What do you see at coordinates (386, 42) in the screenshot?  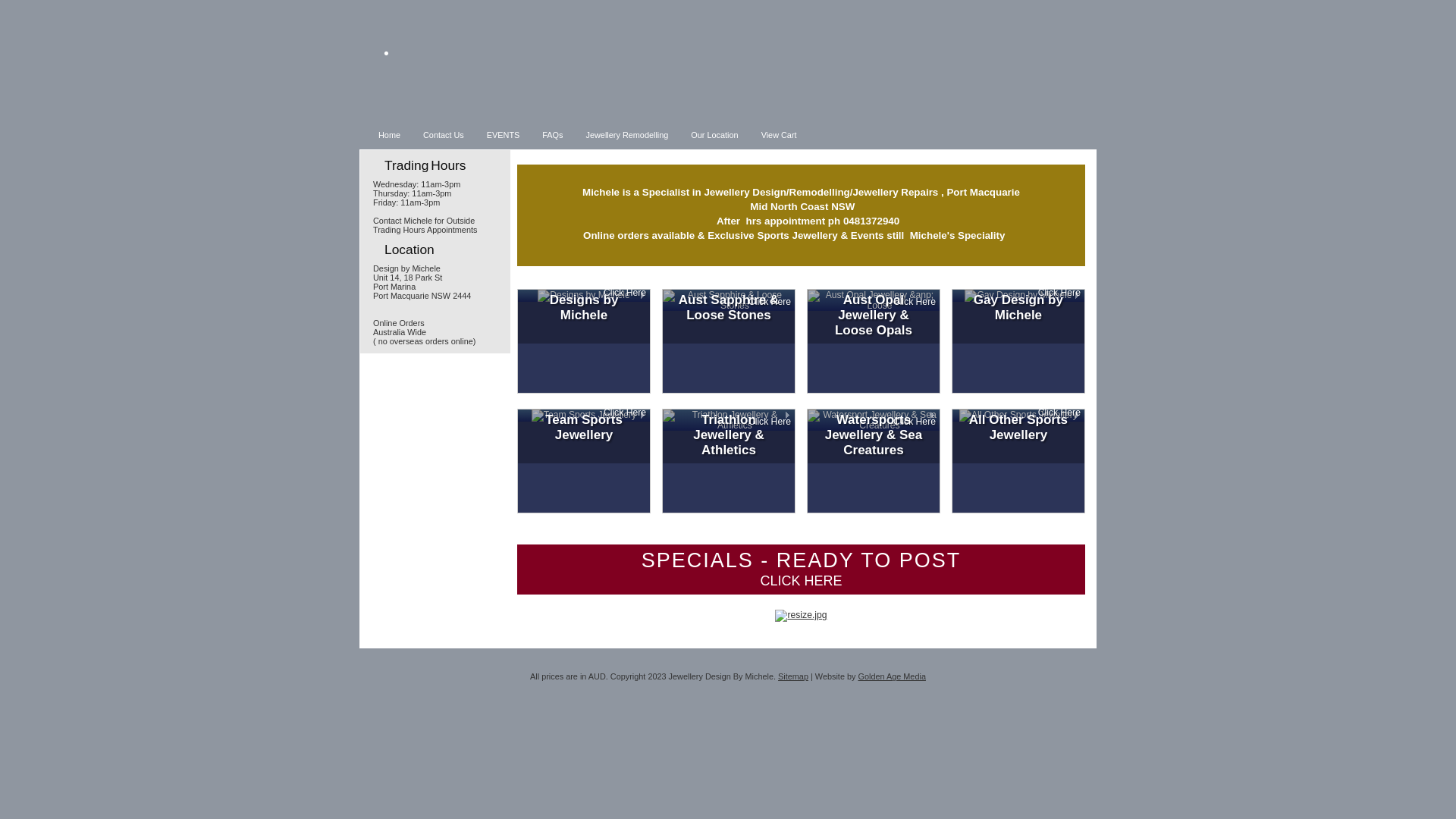 I see `'.'` at bounding box center [386, 42].